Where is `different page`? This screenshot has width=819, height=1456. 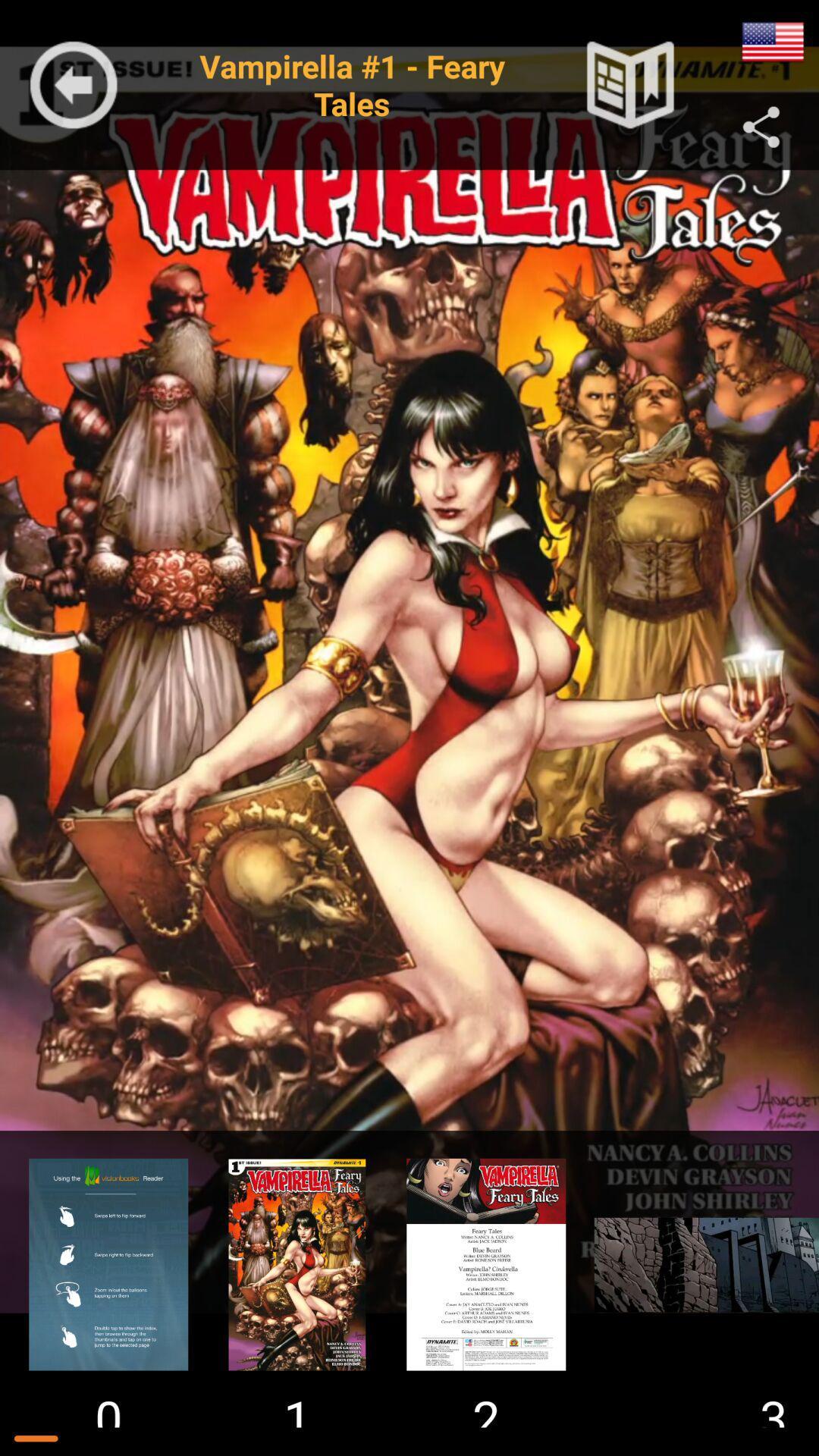 different page is located at coordinates (108, 1264).